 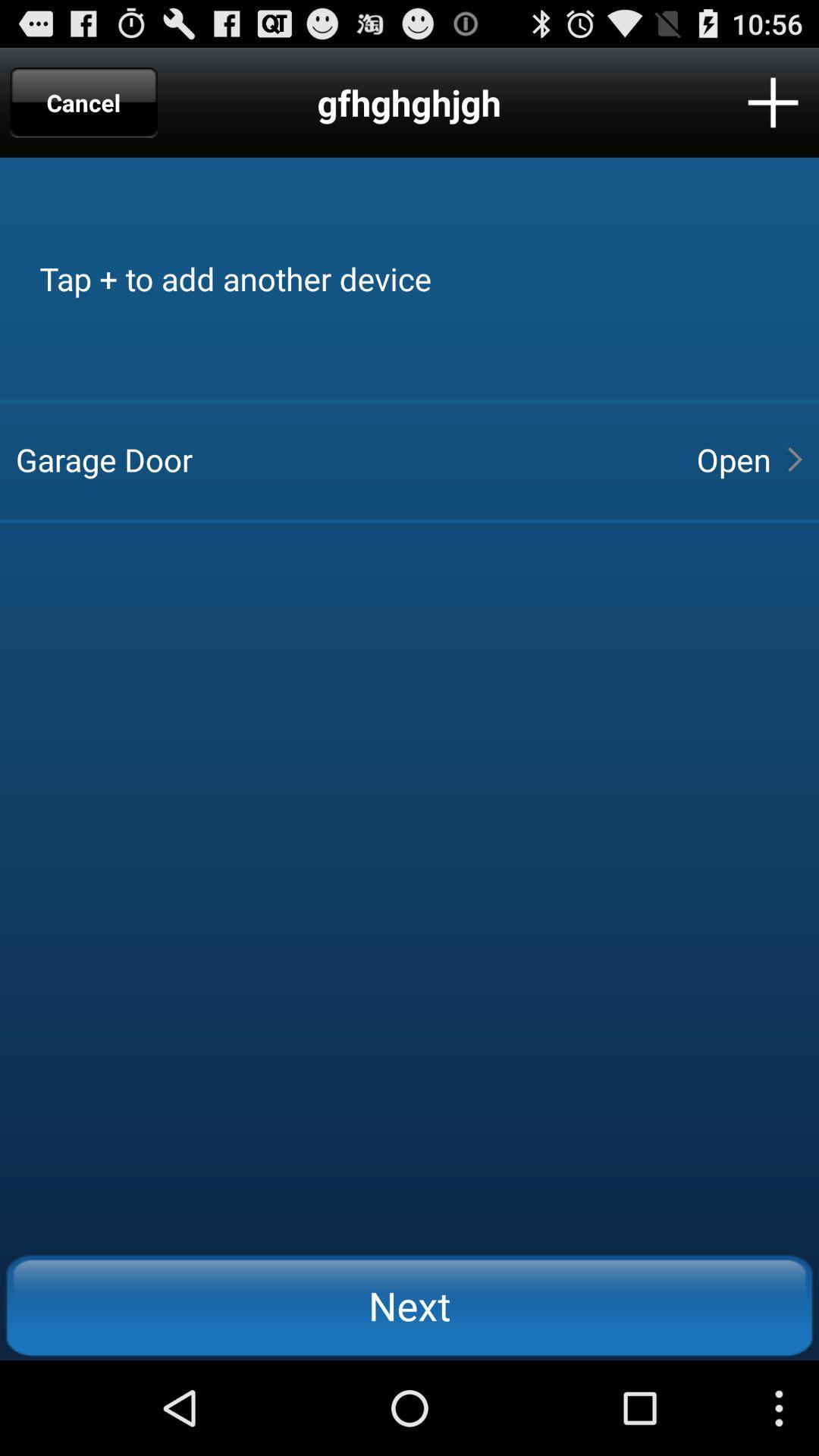 I want to click on the button at the top left corner, so click(x=83, y=102).